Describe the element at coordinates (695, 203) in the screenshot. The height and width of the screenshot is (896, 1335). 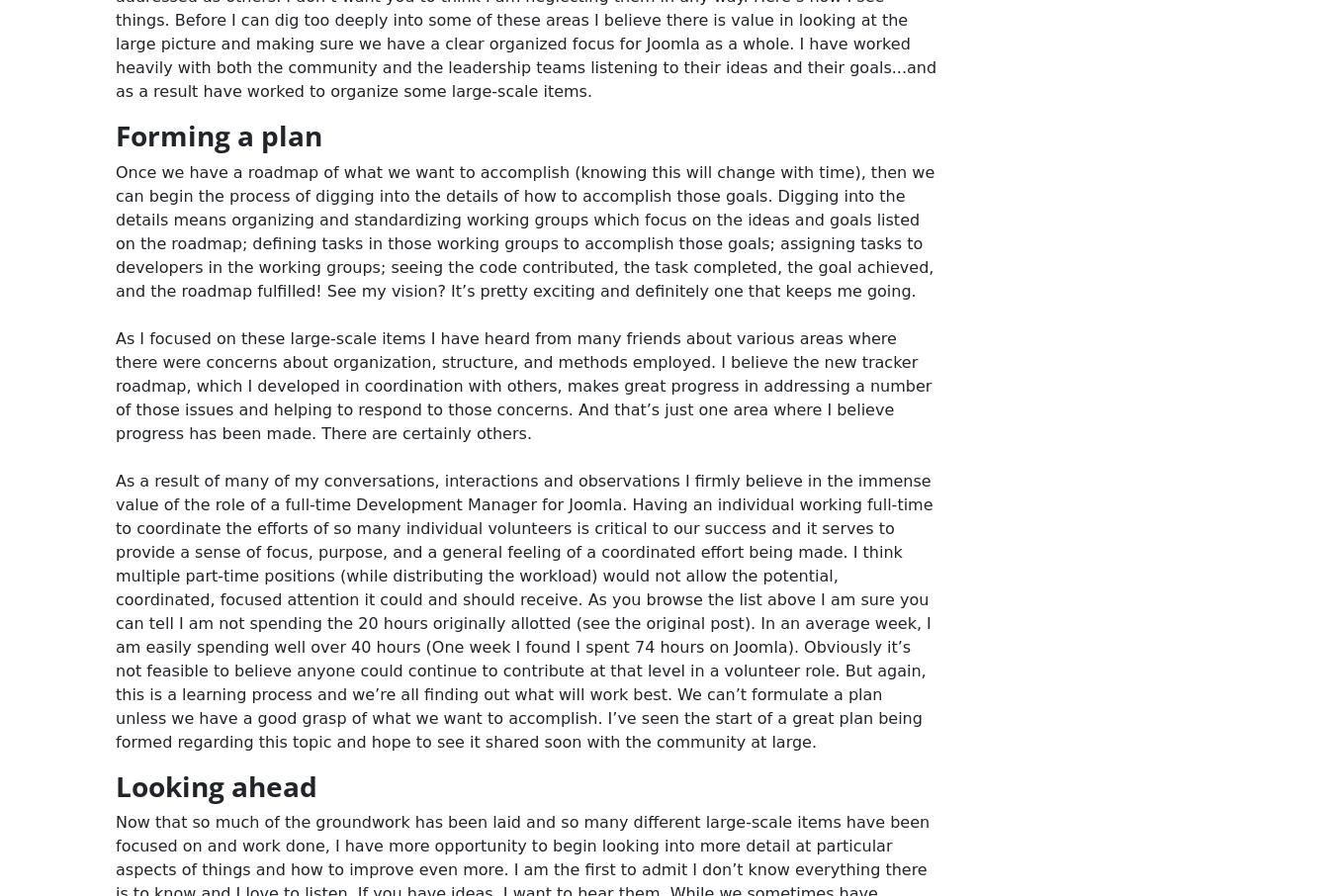
I see `'Hosting by Rochen'` at that location.